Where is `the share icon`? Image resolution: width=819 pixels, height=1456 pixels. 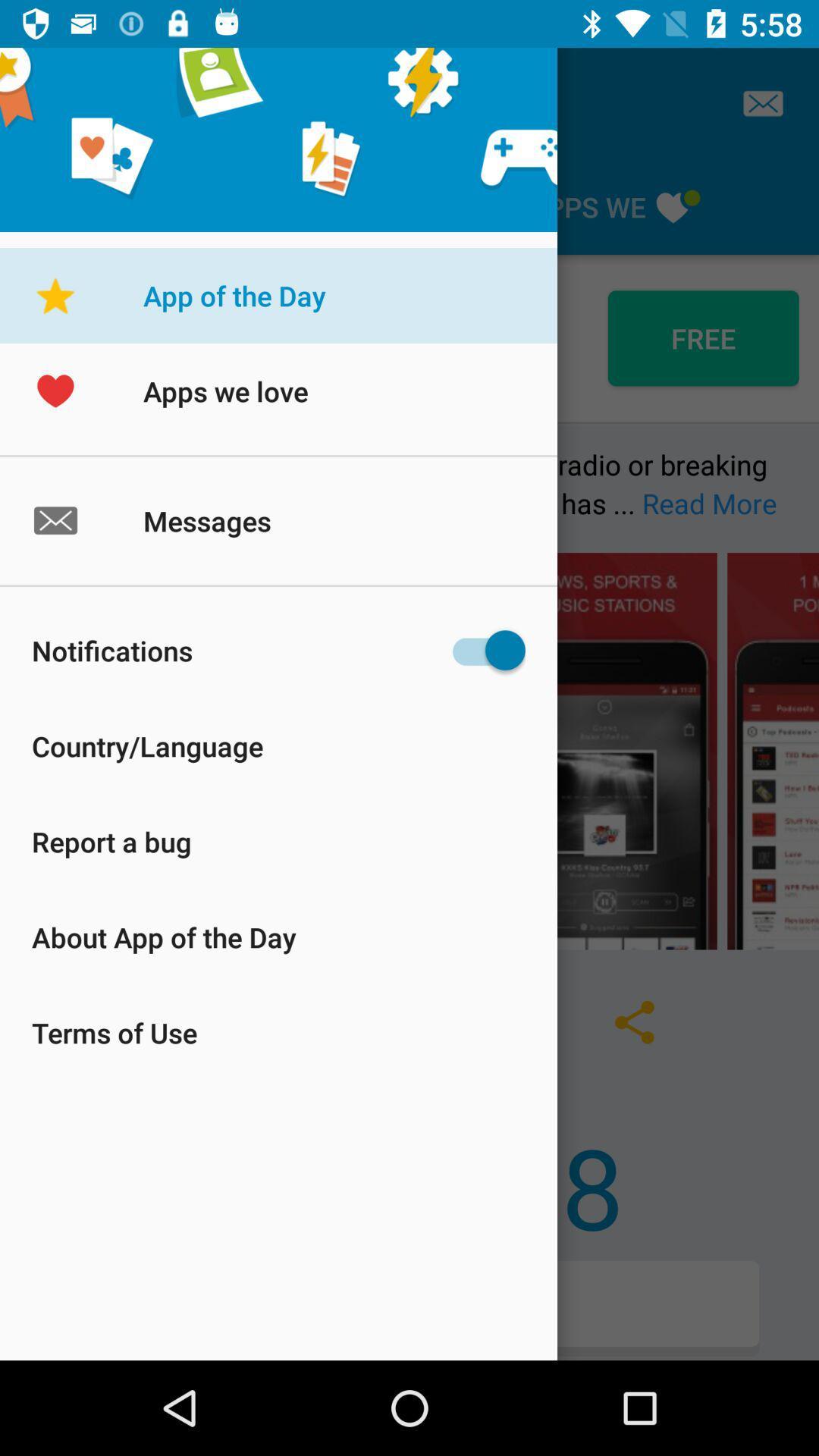 the share icon is located at coordinates (635, 1022).